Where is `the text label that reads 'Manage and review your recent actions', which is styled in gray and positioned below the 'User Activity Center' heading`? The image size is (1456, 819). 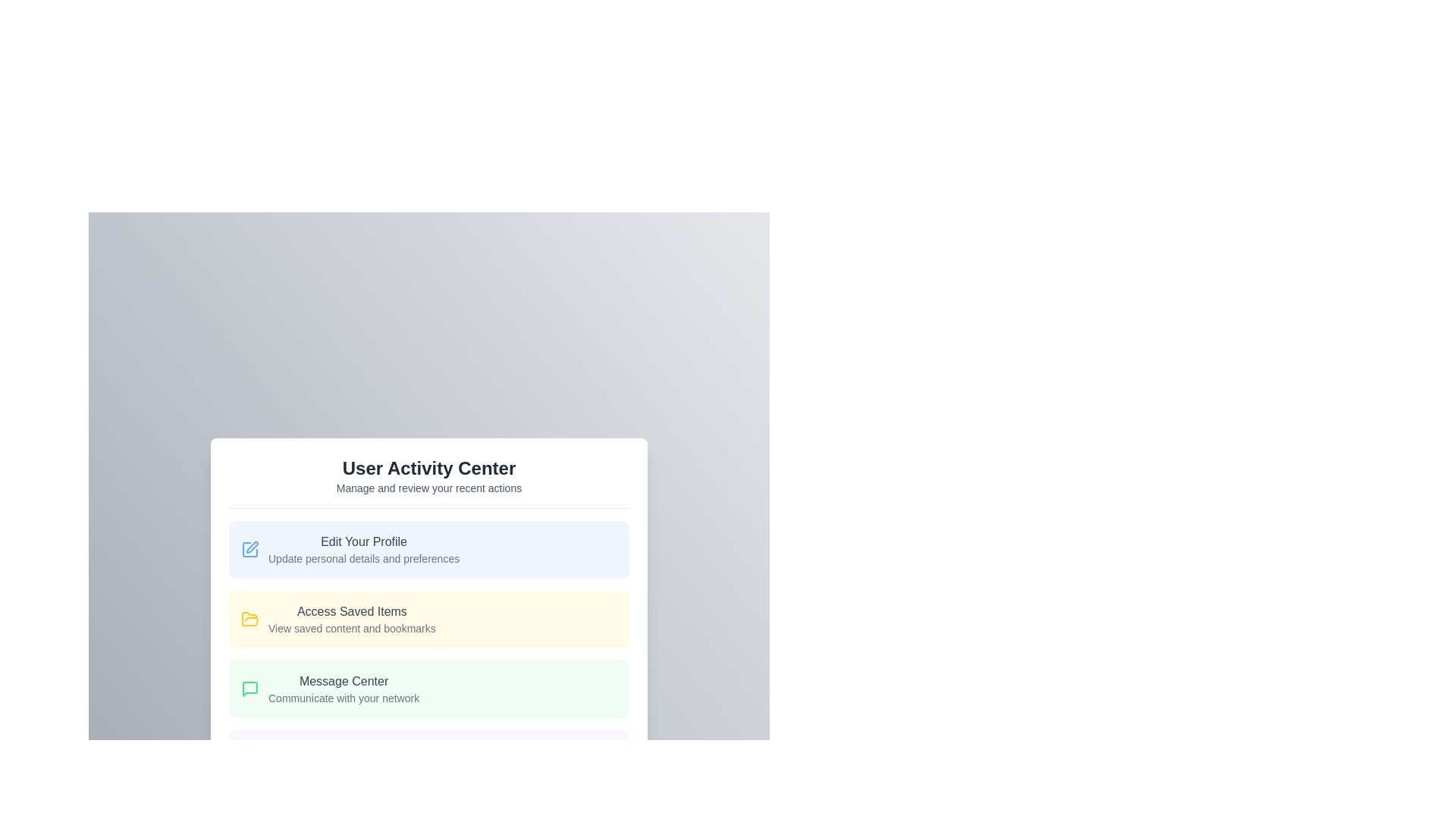
the text label that reads 'Manage and review your recent actions', which is styled in gray and positioned below the 'User Activity Center' heading is located at coordinates (428, 488).